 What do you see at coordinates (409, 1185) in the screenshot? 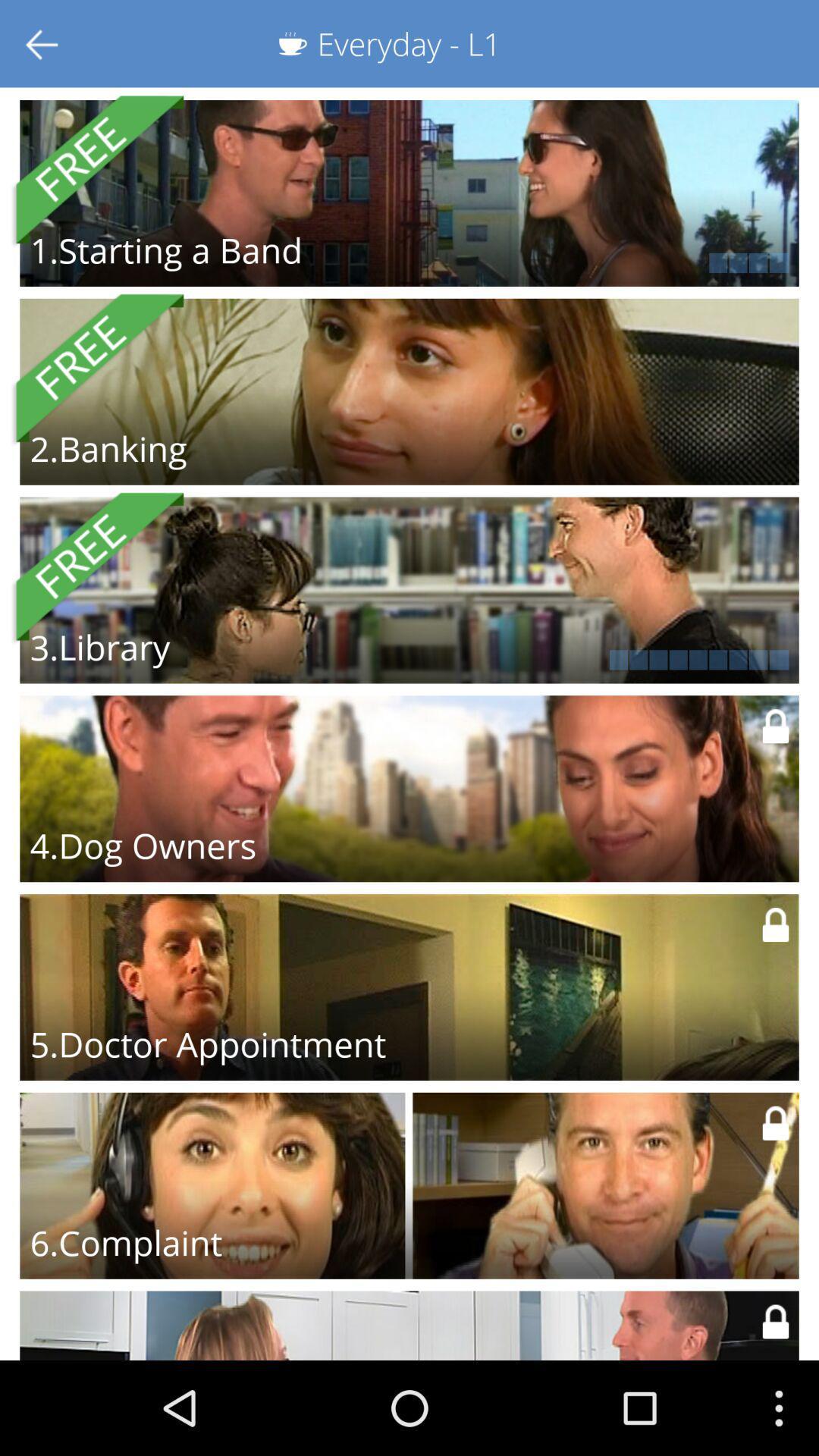
I see `the sixth complaint image` at bounding box center [409, 1185].